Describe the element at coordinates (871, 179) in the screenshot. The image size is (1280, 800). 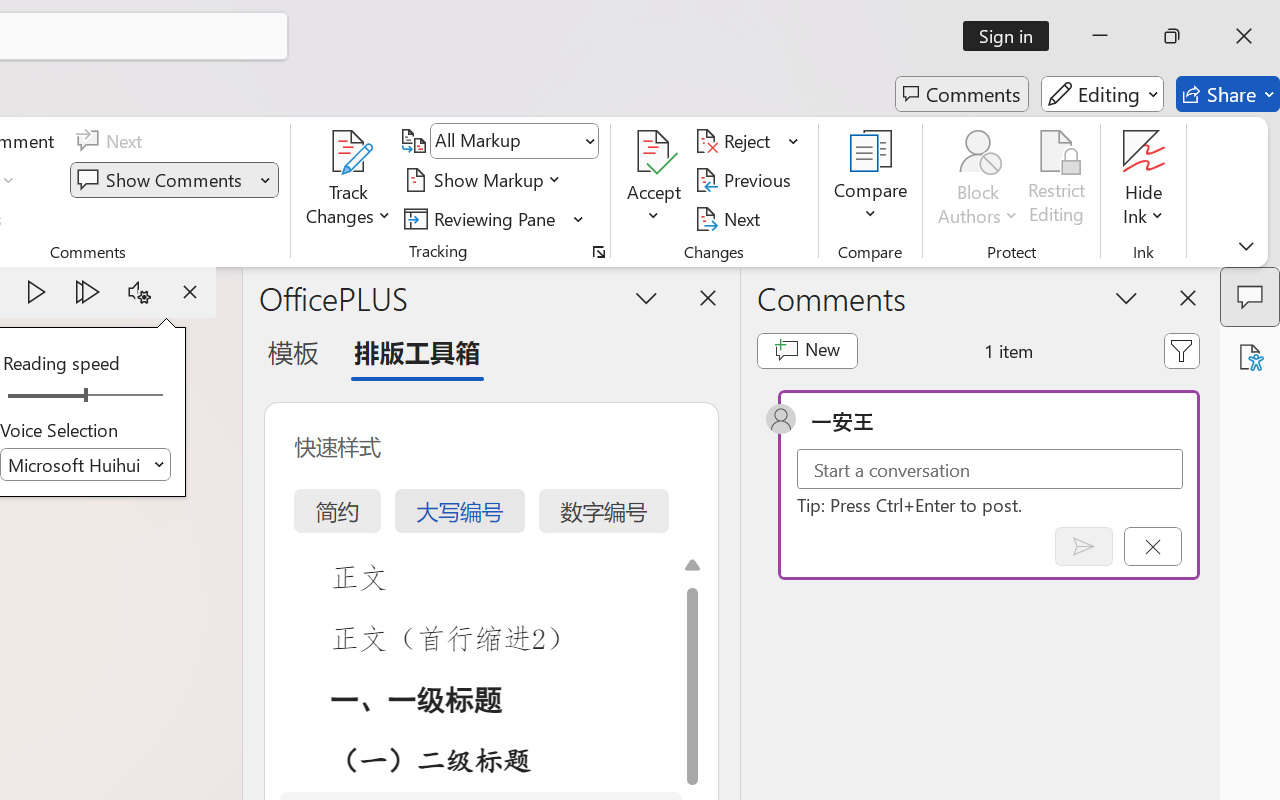
I see `'Compare'` at that location.